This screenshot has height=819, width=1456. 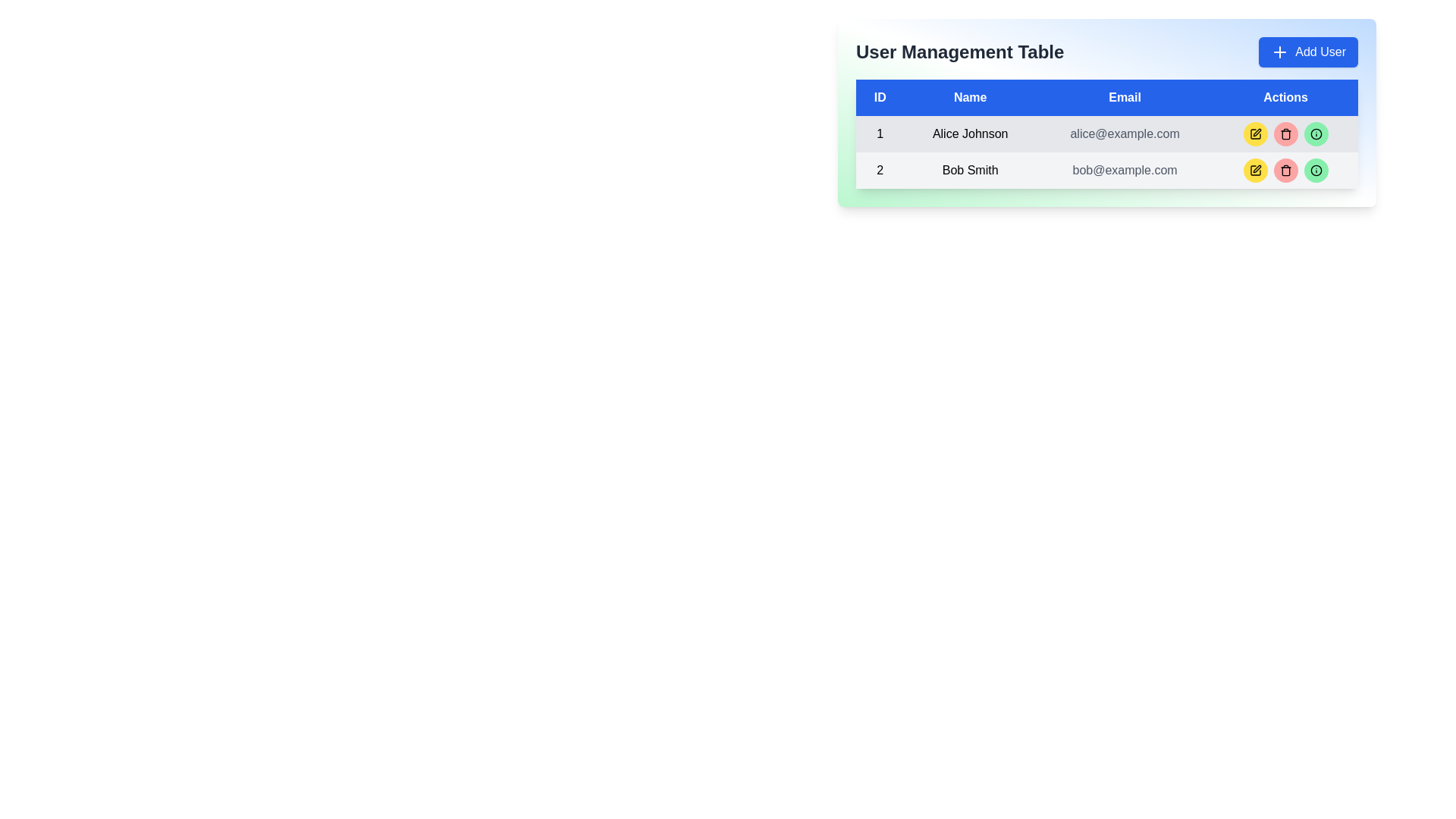 What do you see at coordinates (1257, 169) in the screenshot?
I see `the edit icon embedded in the yellow circular button in the 'Actions' column of the user management table for the user 'Bob Smith'` at bounding box center [1257, 169].